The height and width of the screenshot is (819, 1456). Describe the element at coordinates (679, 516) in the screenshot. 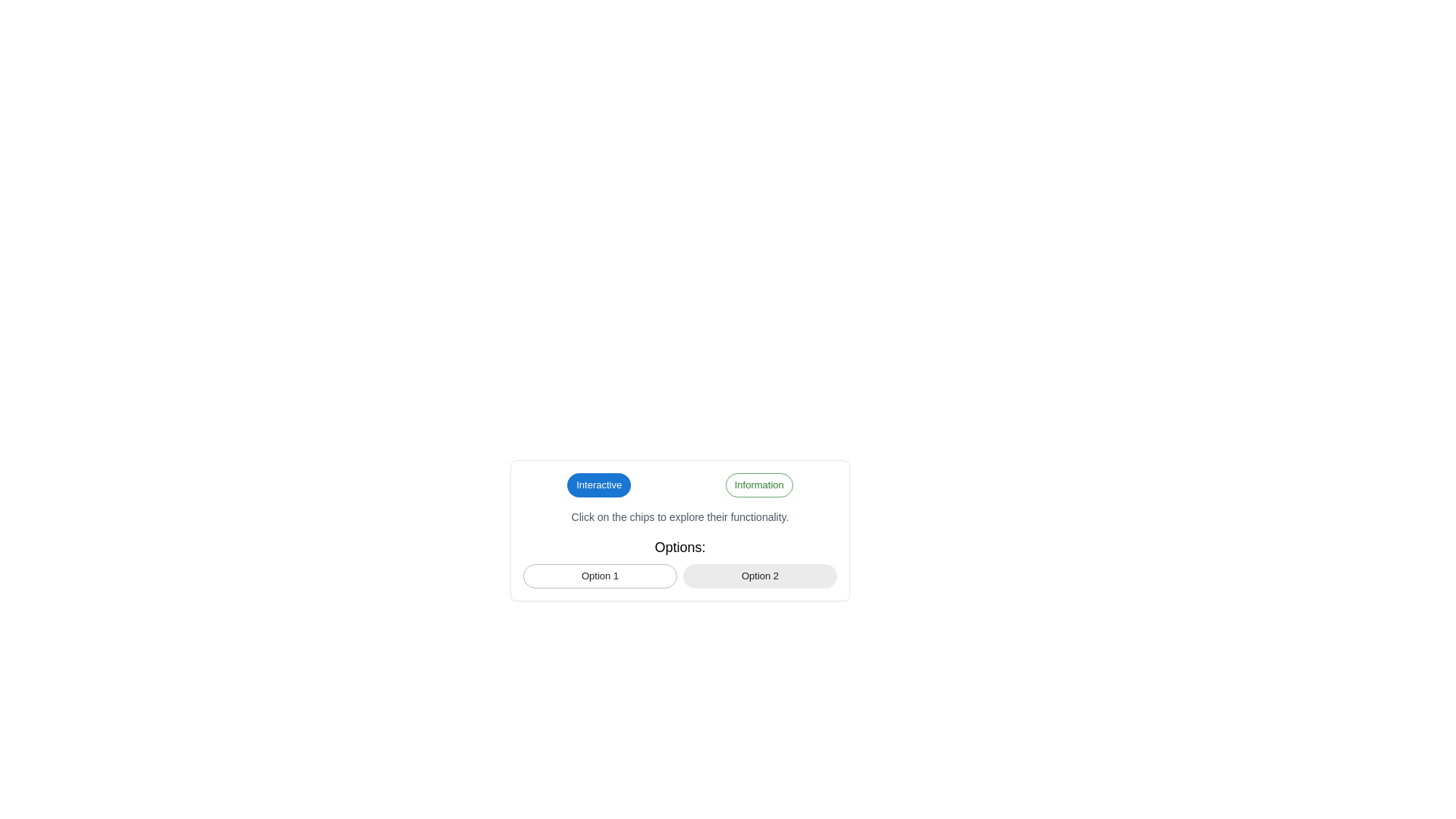

I see `guidance text displayed in a smaller gray font that says 'Click on the chips to explore their functionality.' This text label is centered below the chip buttons and above the 'Options:' section` at that location.